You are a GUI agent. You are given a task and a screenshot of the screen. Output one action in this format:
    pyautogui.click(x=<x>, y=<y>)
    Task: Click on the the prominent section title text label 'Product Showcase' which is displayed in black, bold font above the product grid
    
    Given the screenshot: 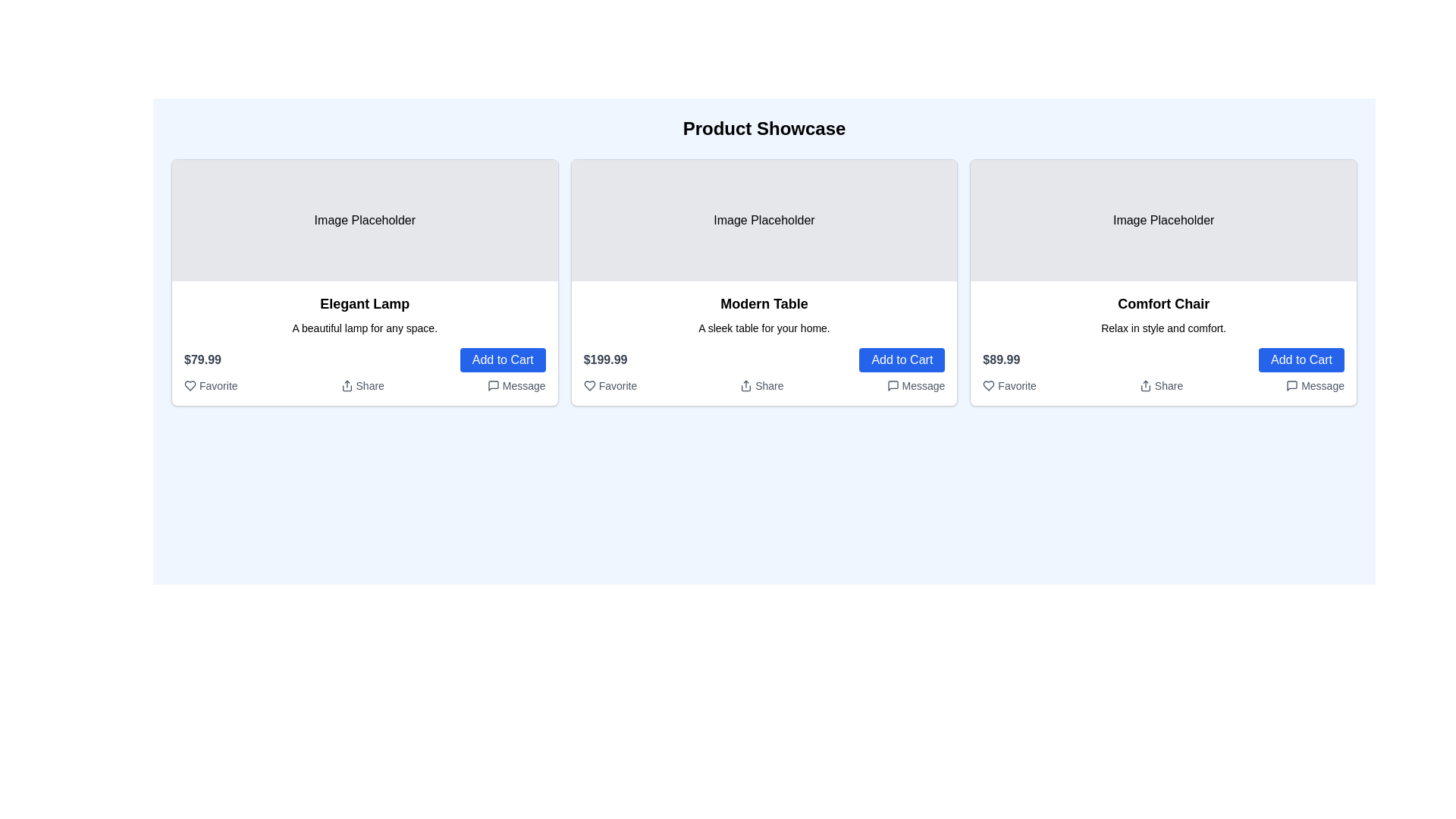 What is the action you would take?
    pyautogui.click(x=764, y=127)
    